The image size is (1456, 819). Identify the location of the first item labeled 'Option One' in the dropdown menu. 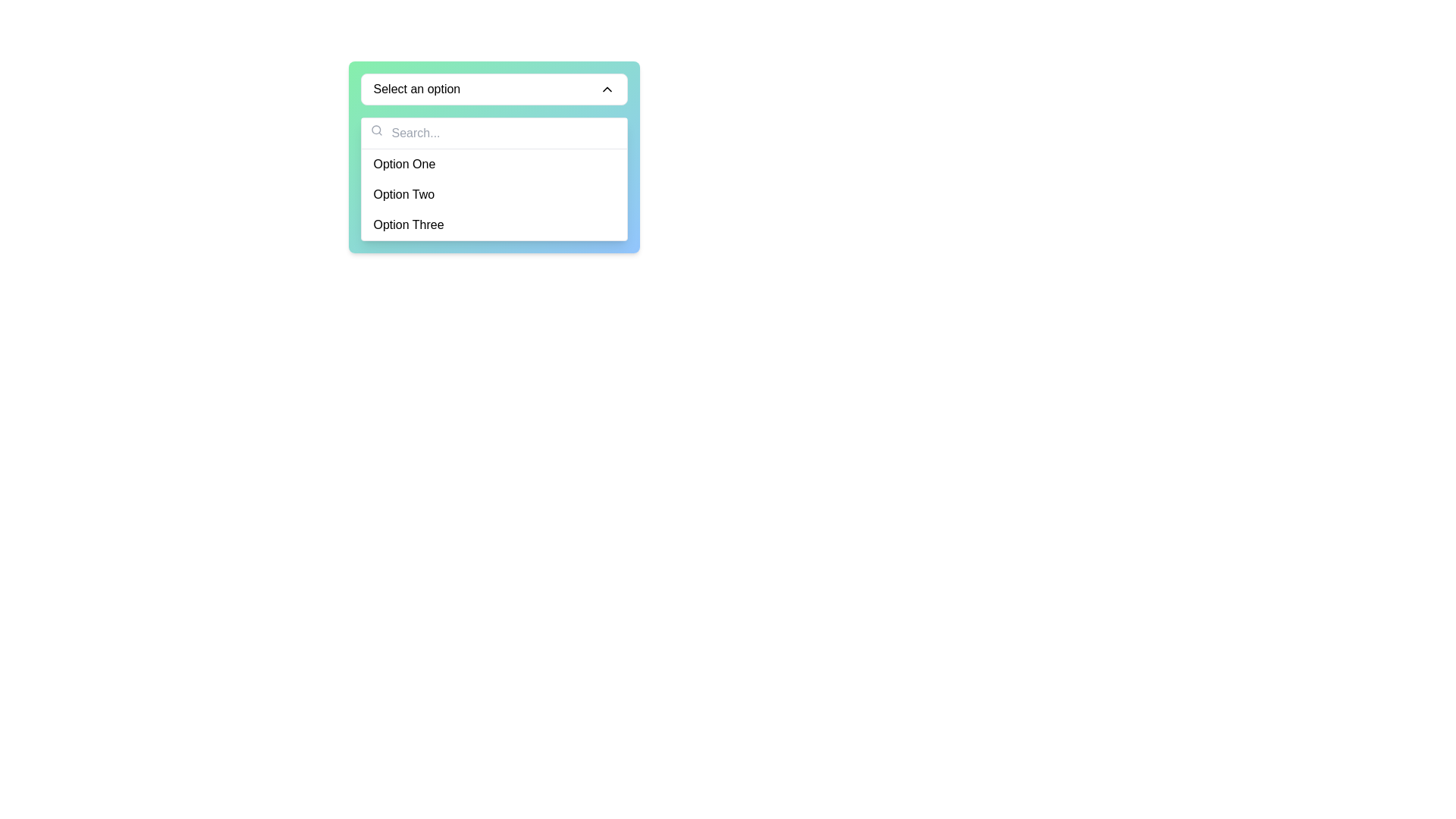
(494, 164).